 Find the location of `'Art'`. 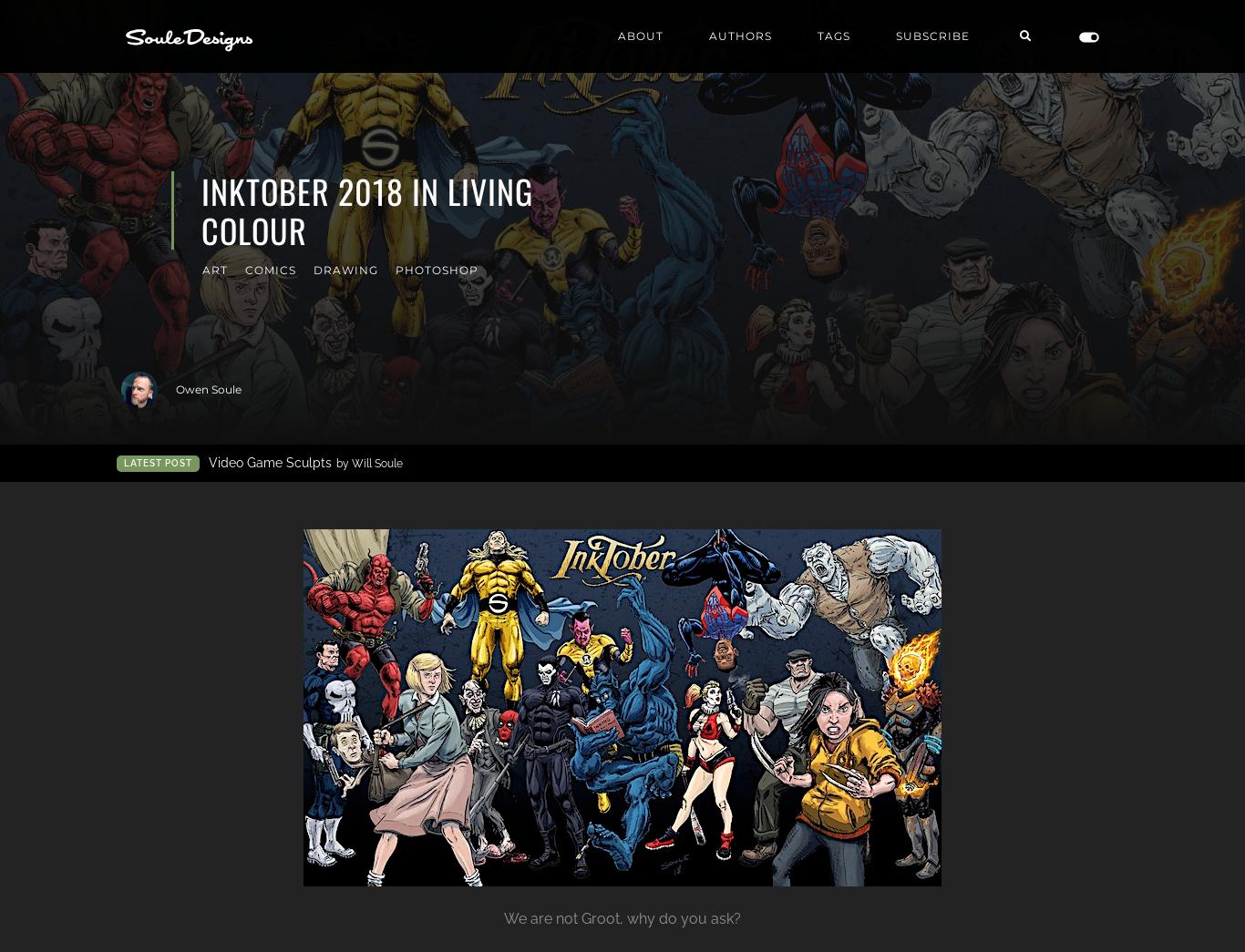

'Art' is located at coordinates (215, 270).